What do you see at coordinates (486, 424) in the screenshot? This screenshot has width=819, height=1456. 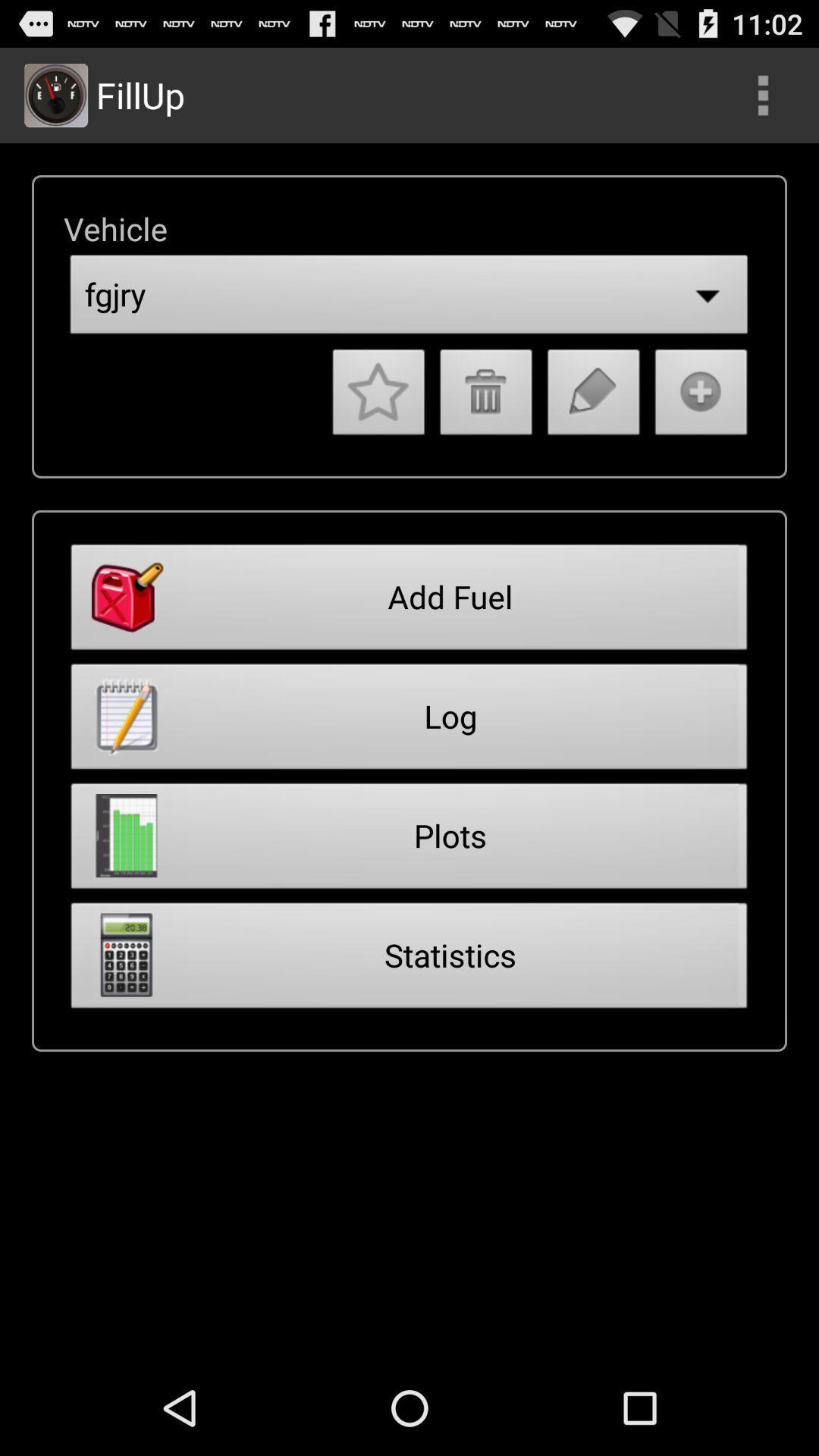 I see `the delete icon` at bounding box center [486, 424].